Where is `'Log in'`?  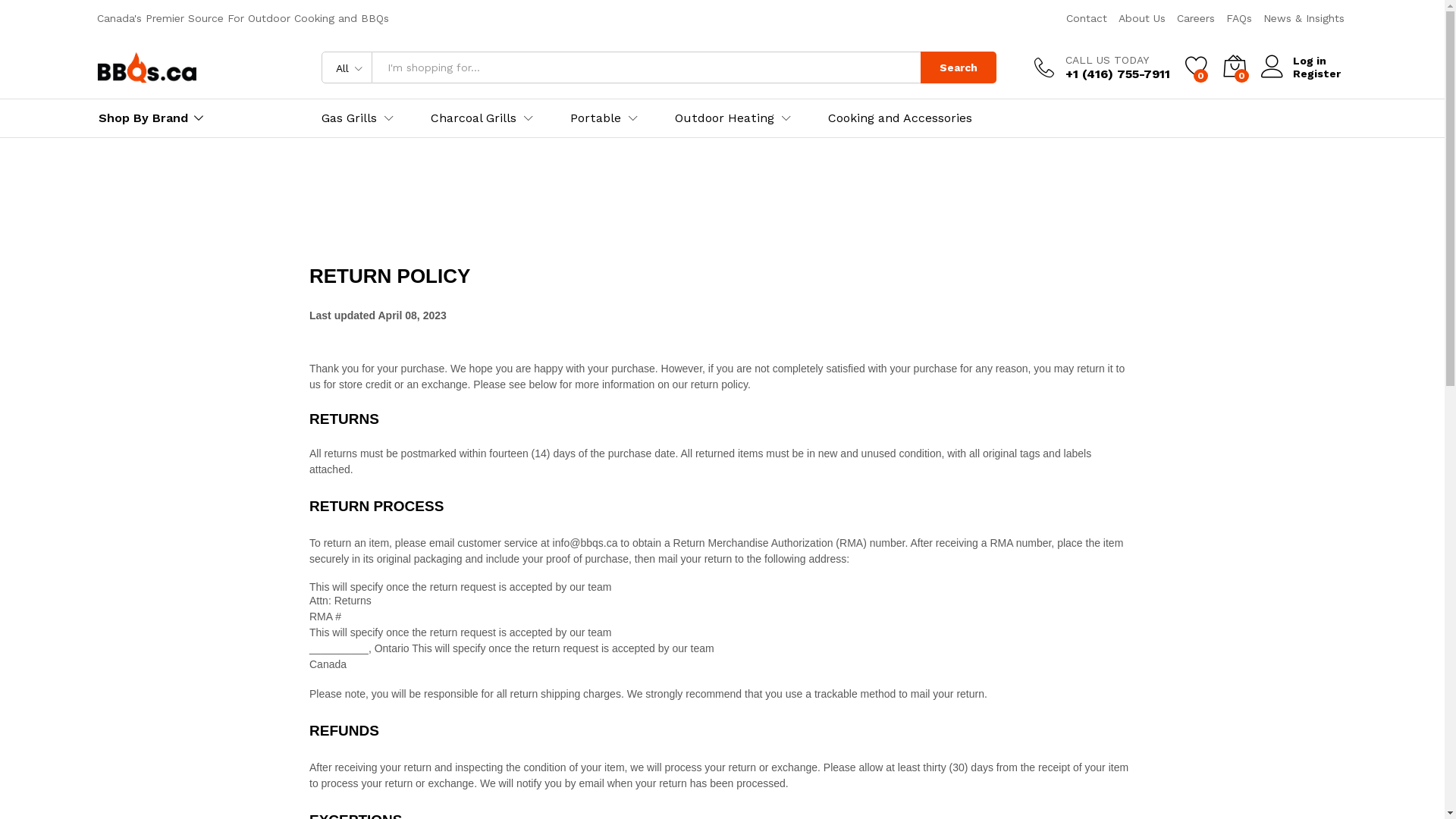
'Log in' is located at coordinates (1299, 60).